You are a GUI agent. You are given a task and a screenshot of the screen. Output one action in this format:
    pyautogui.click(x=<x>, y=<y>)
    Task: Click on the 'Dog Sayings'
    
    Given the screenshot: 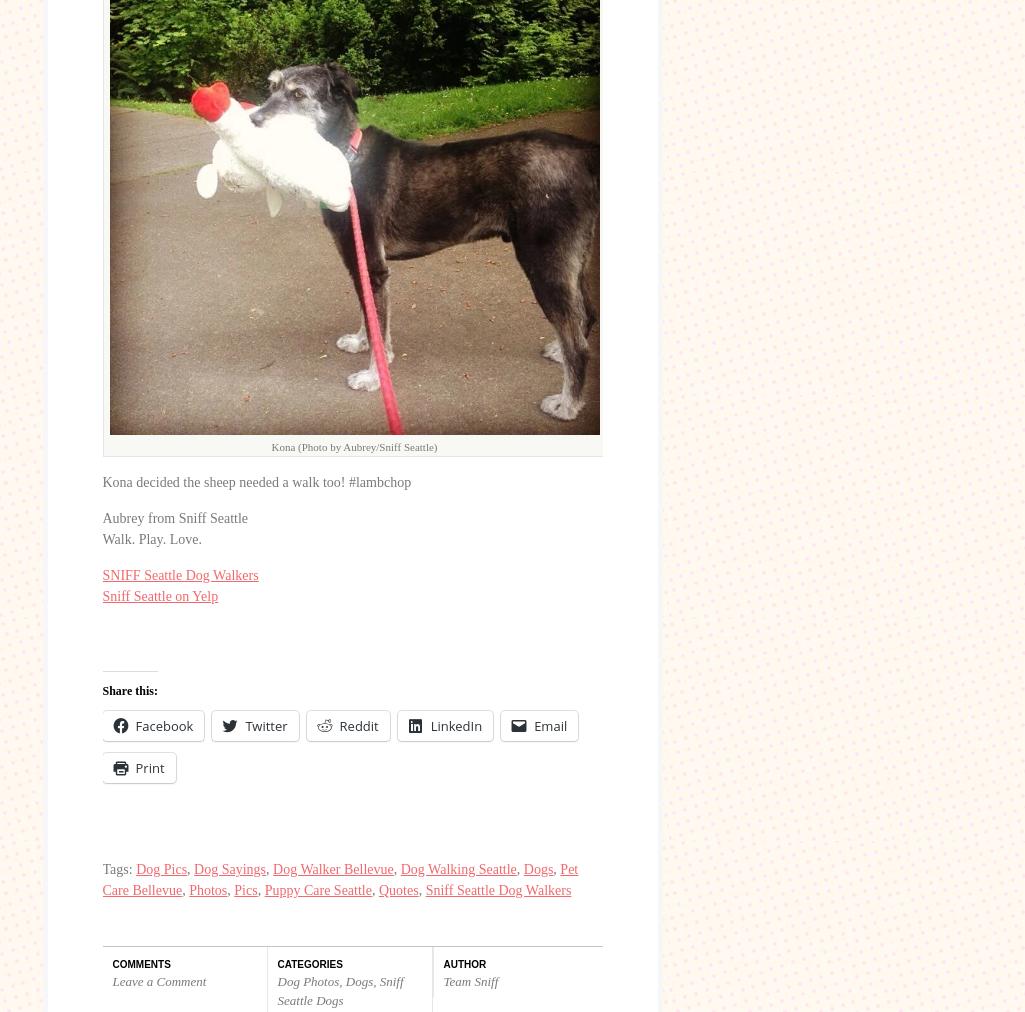 What is the action you would take?
    pyautogui.click(x=230, y=867)
    